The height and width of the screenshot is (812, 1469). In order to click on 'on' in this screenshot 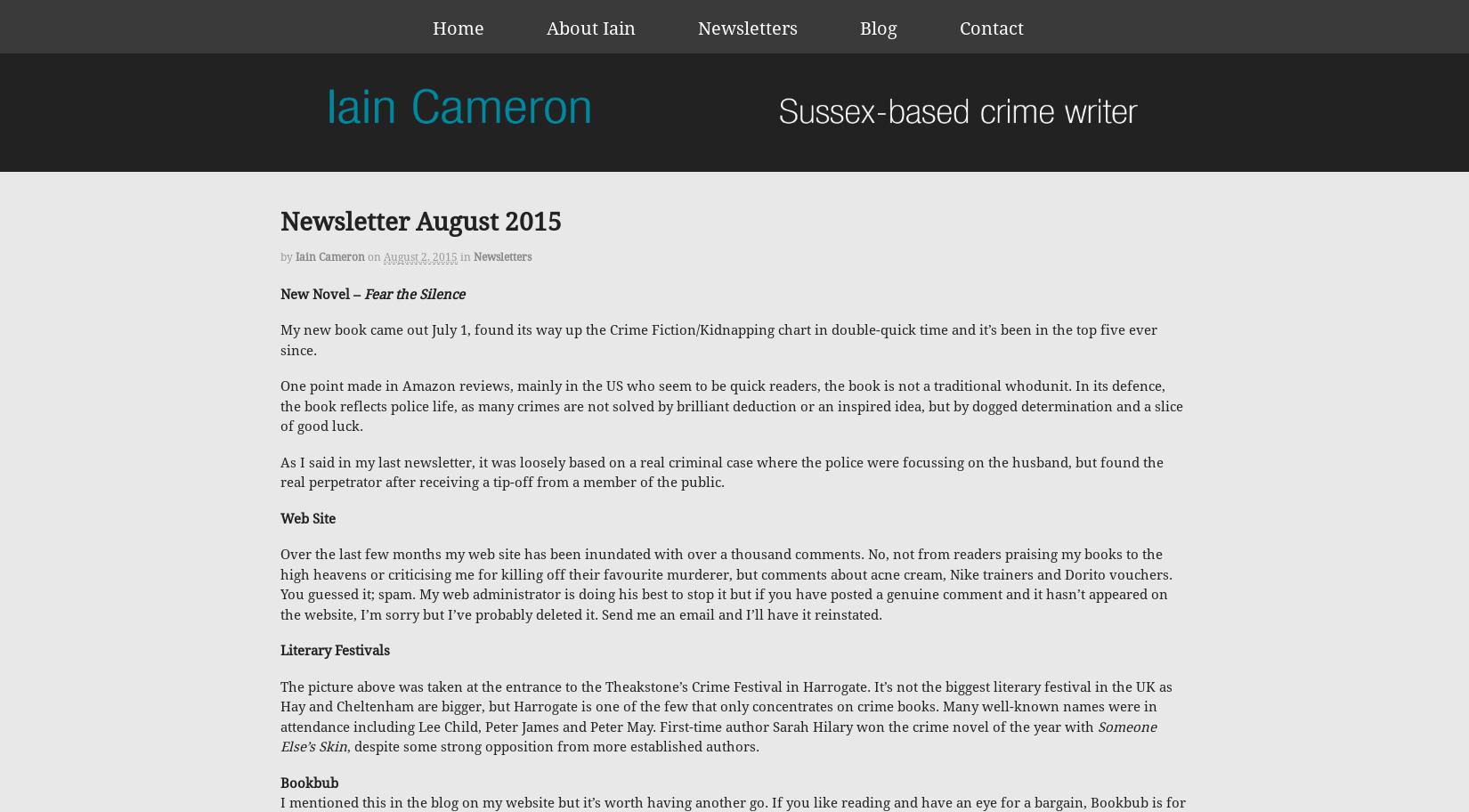, I will do `click(373, 256)`.